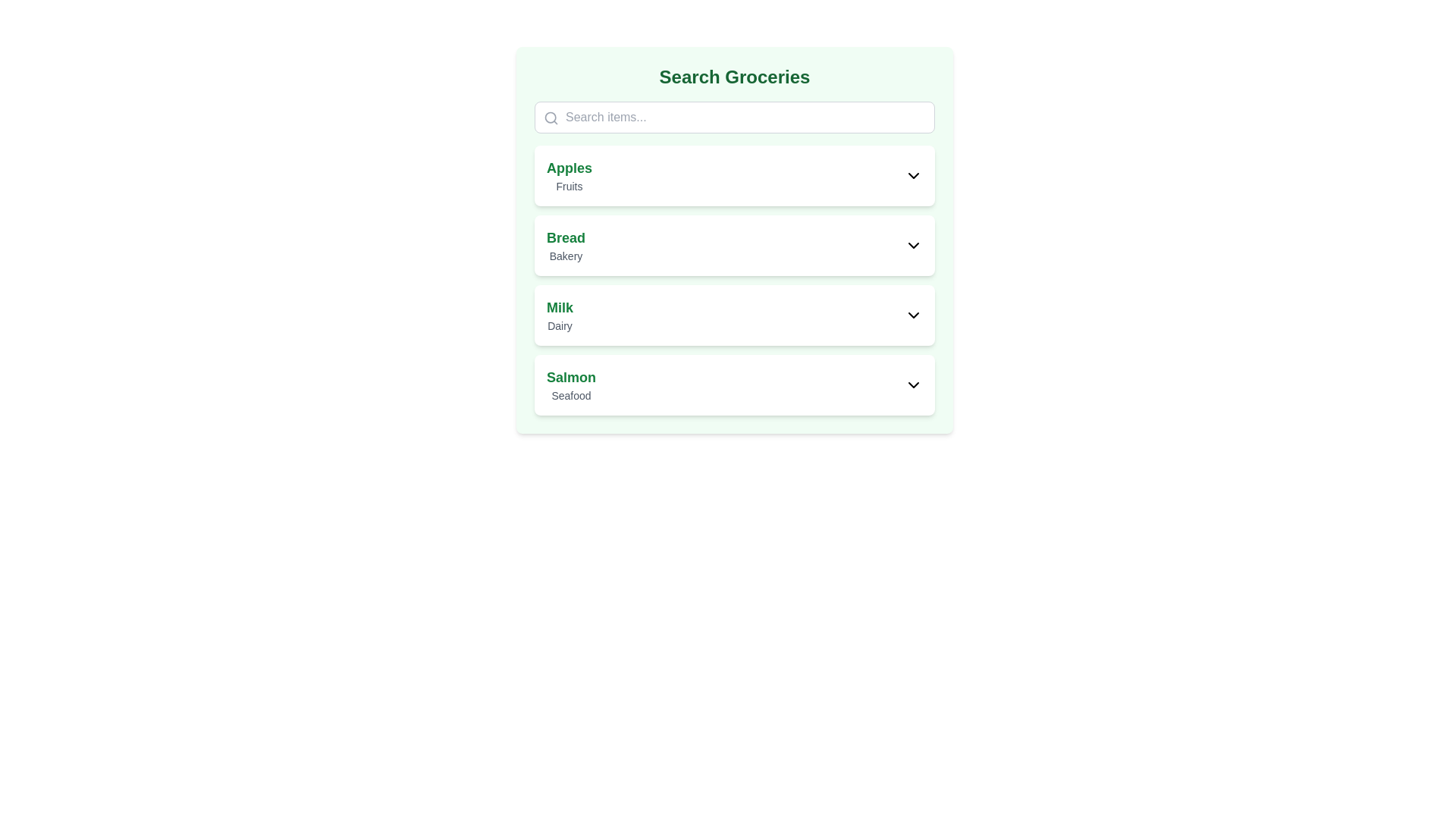 The image size is (1456, 819). What do you see at coordinates (550, 117) in the screenshot?
I see `the magnifying glass icon that represents search functionality, located at the top left of the search bar, adjacent to its placeholder text` at bounding box center [550, 117].